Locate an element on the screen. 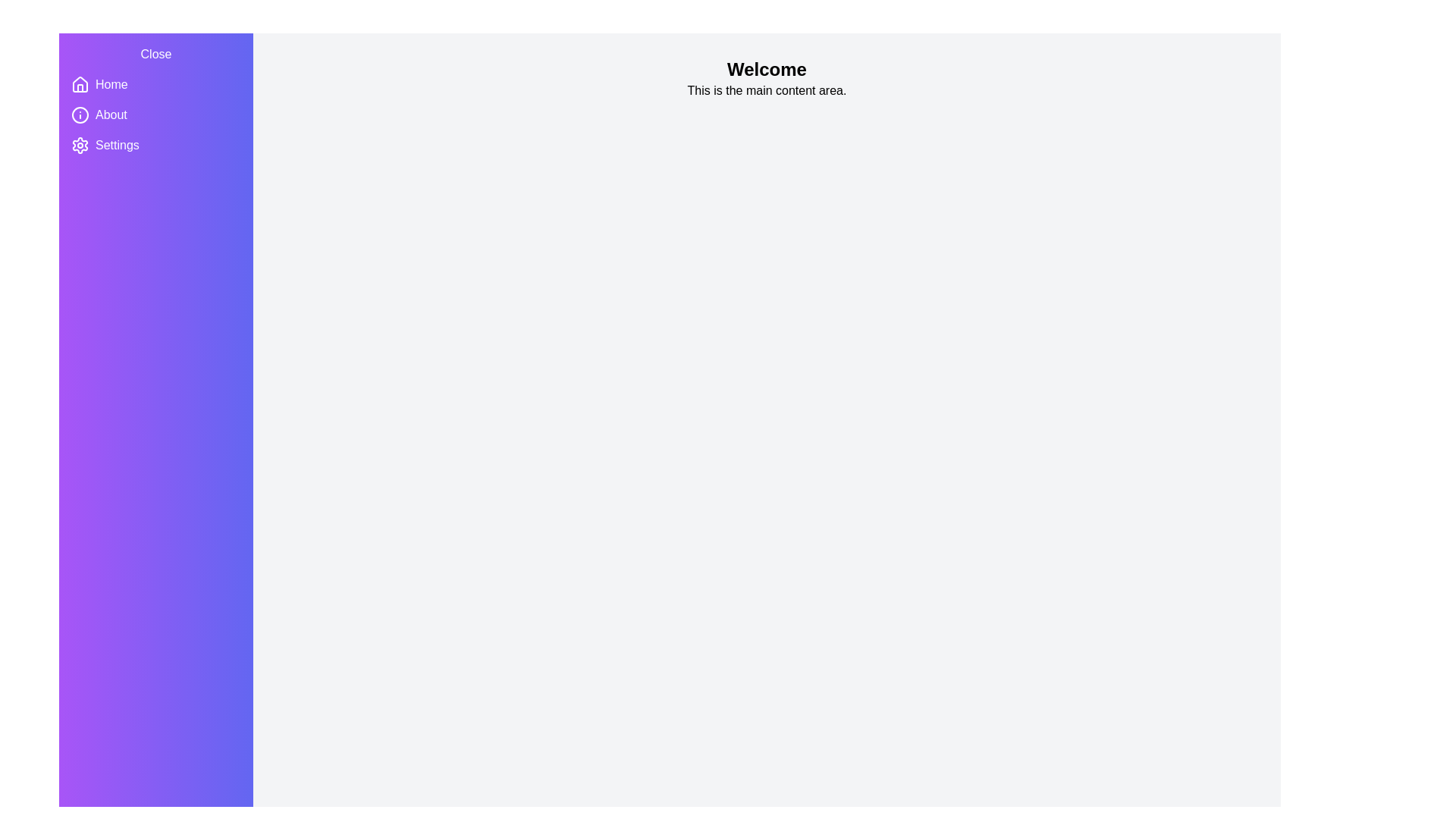 The height and width of the screenshot is (819, 1456). the button labeled 'Close' at the top of the drawer to toggle its state is located at coordinates (156, 54).